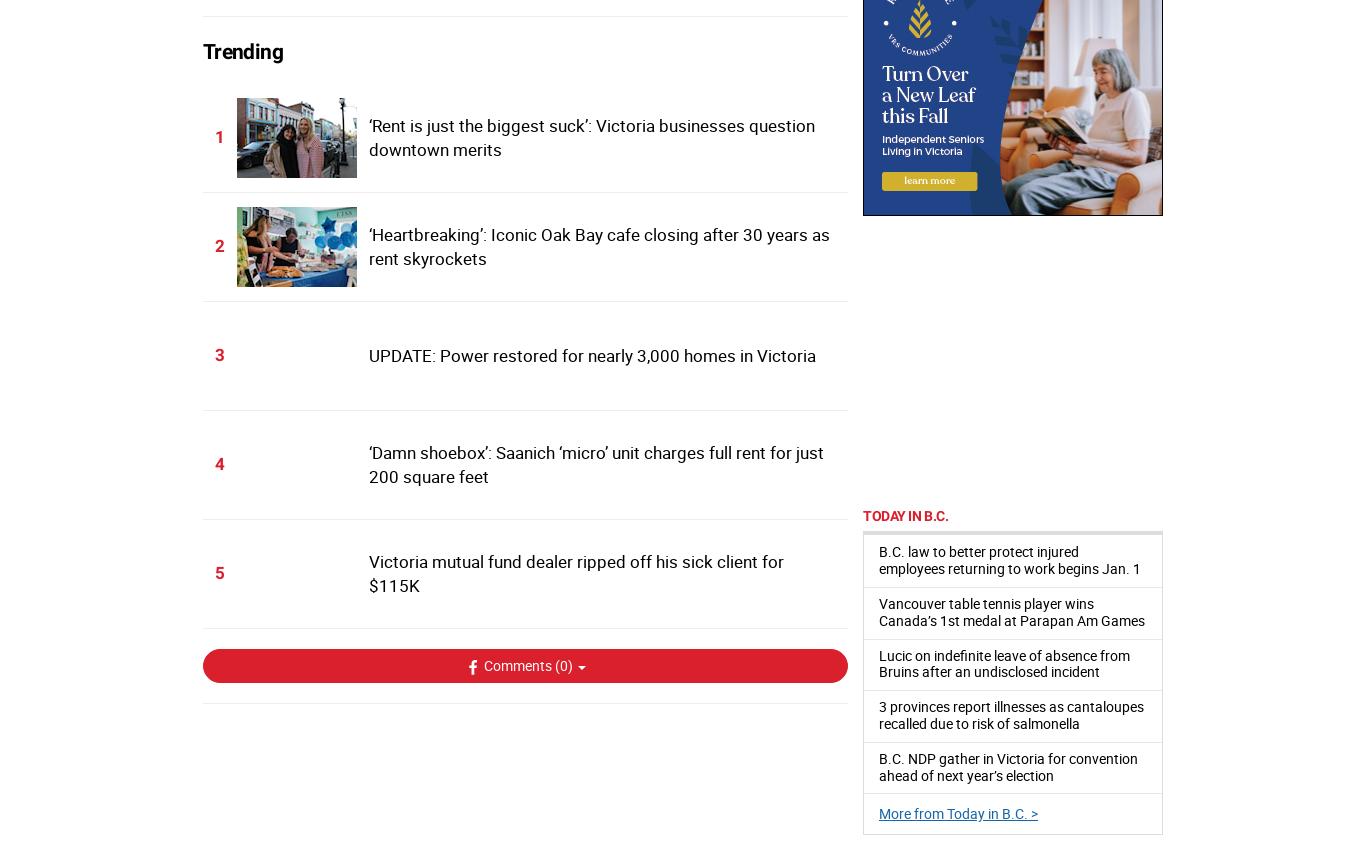 The image size is (1366, 862). What do you see at coordinates (597, 245) in the screenshot?
I see `'‘Heartbreaking’: Iconic Oak Bay cafe closing after 30 years as rent skyrockets'` at bounding box center [597, 245].